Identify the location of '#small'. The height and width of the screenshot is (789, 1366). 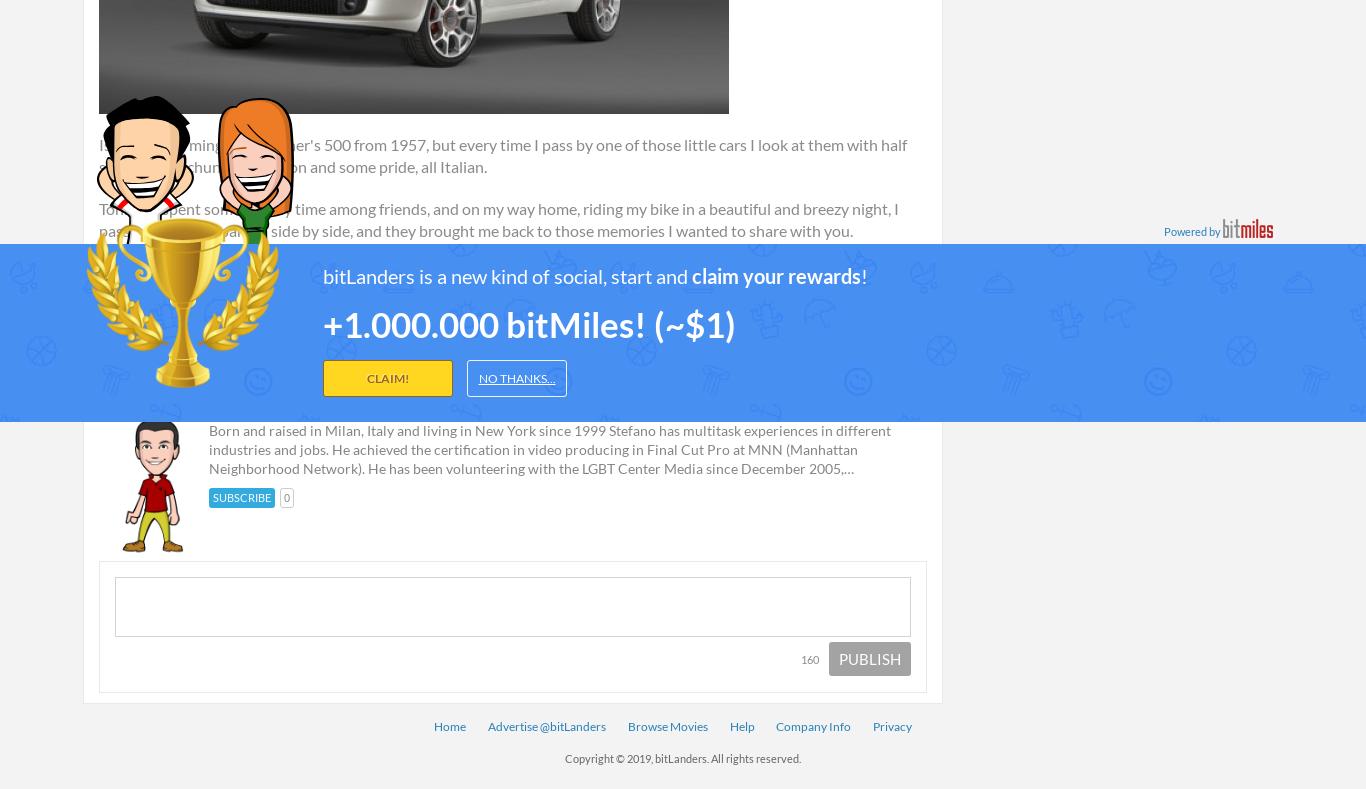
(472, 291).